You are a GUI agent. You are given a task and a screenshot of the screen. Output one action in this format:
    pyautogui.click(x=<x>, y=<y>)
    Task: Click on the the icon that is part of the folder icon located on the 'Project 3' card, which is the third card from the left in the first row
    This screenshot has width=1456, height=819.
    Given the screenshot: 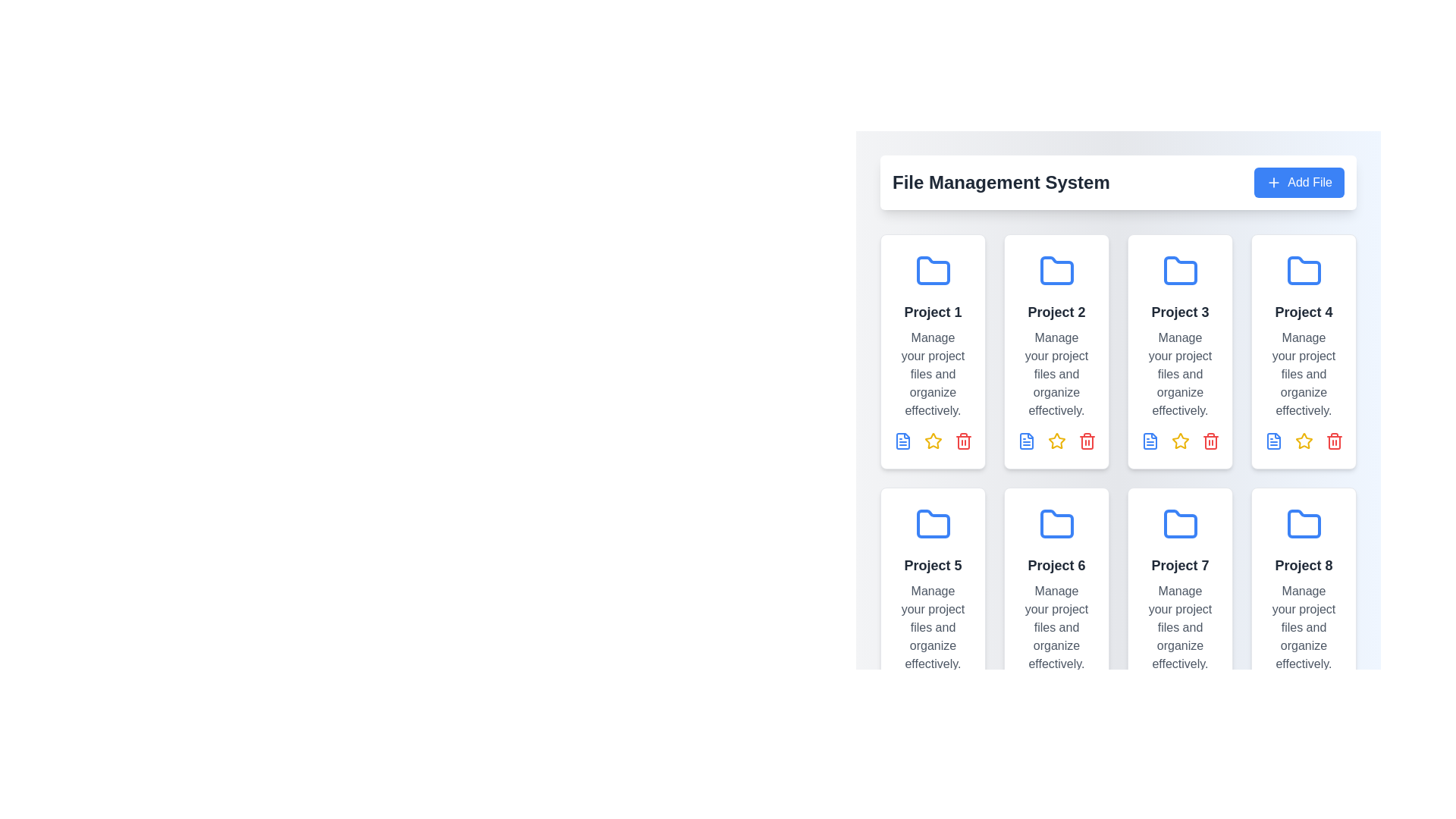 What is the action you would take?
    pyautogui.click(x=1179, y=270)
    